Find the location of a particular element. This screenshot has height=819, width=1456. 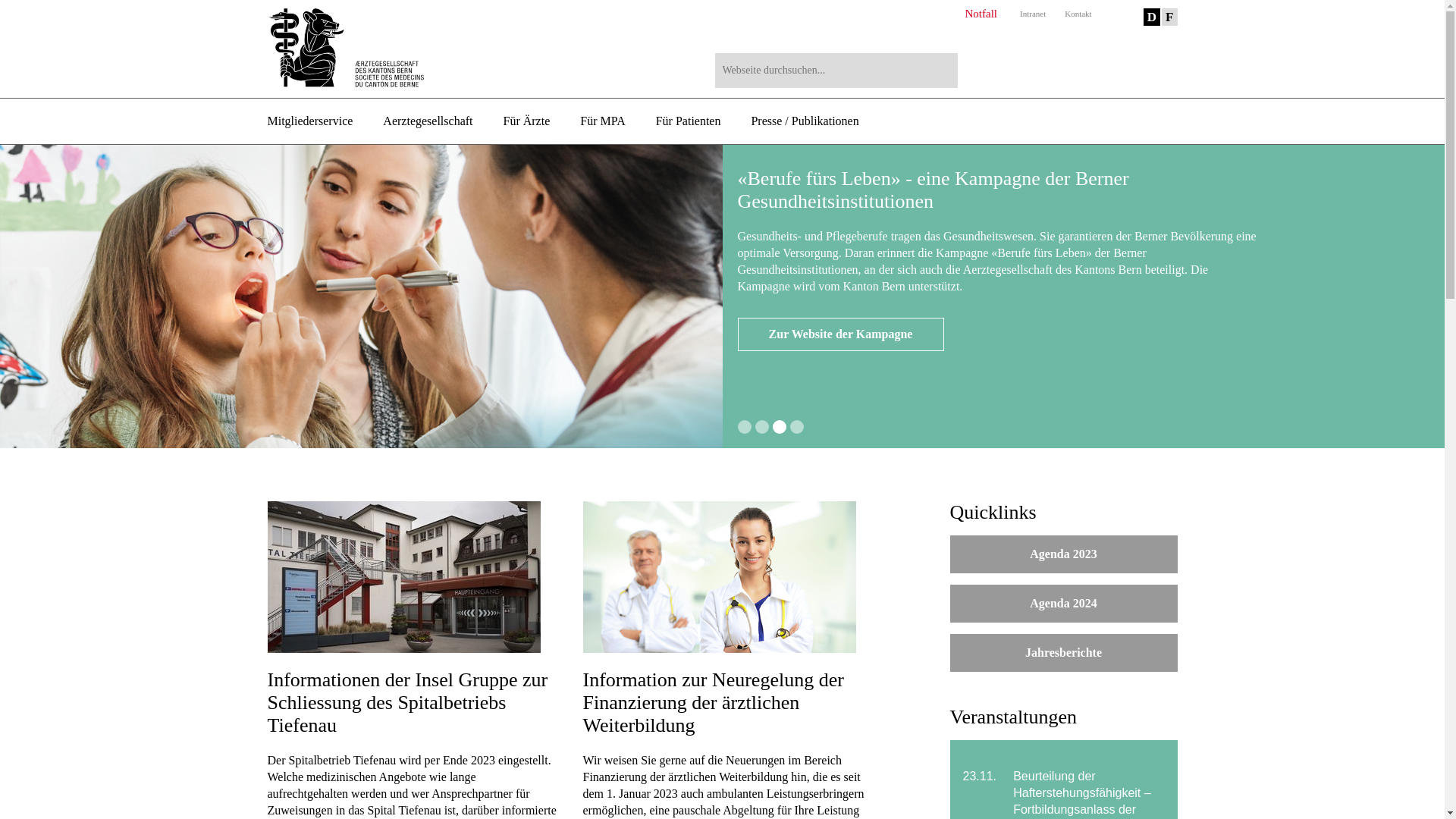

'F' is located at coordinates (1168, 17).